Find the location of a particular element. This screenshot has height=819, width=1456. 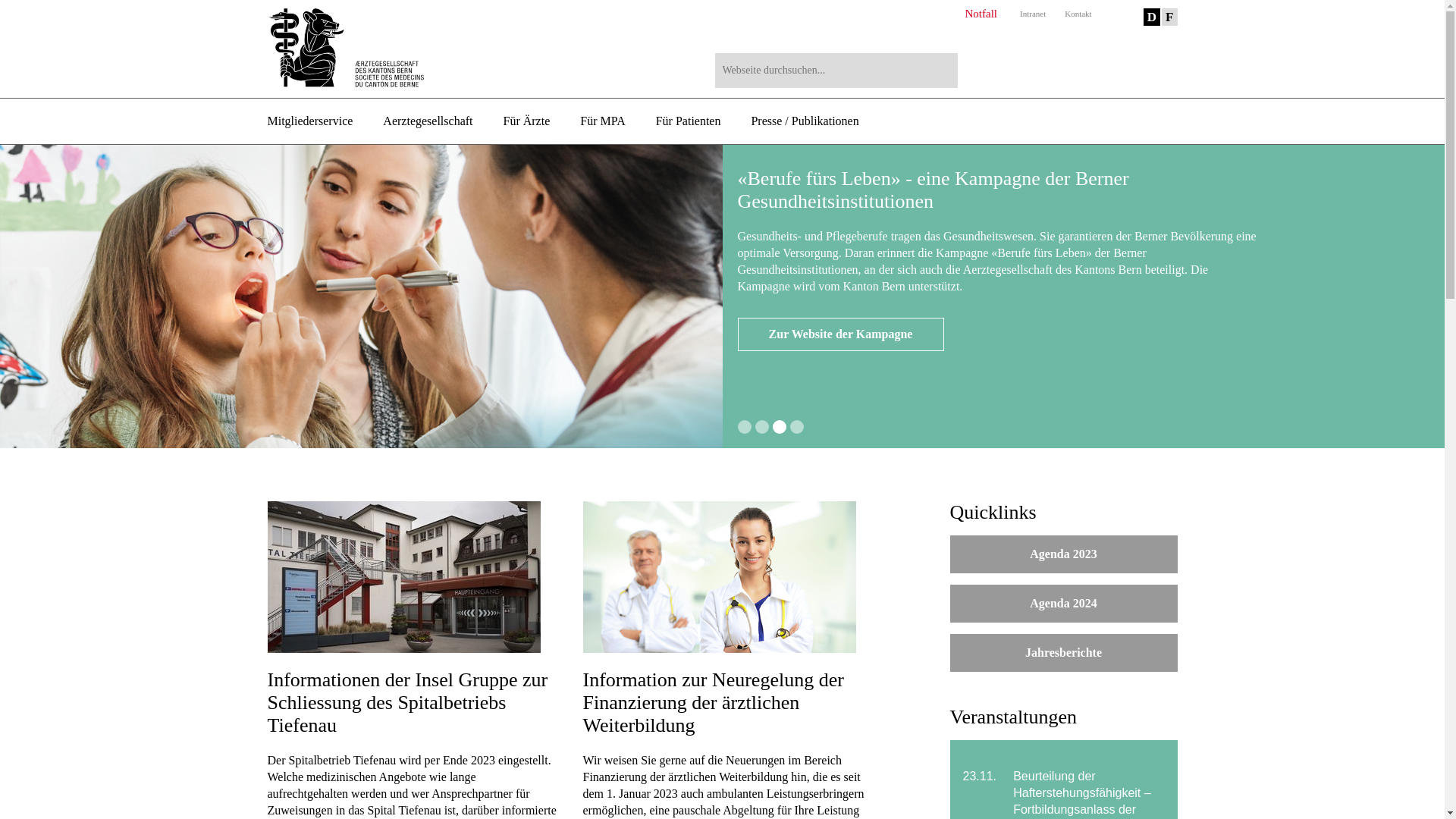

'F' is located at coordinates (1168, 17).